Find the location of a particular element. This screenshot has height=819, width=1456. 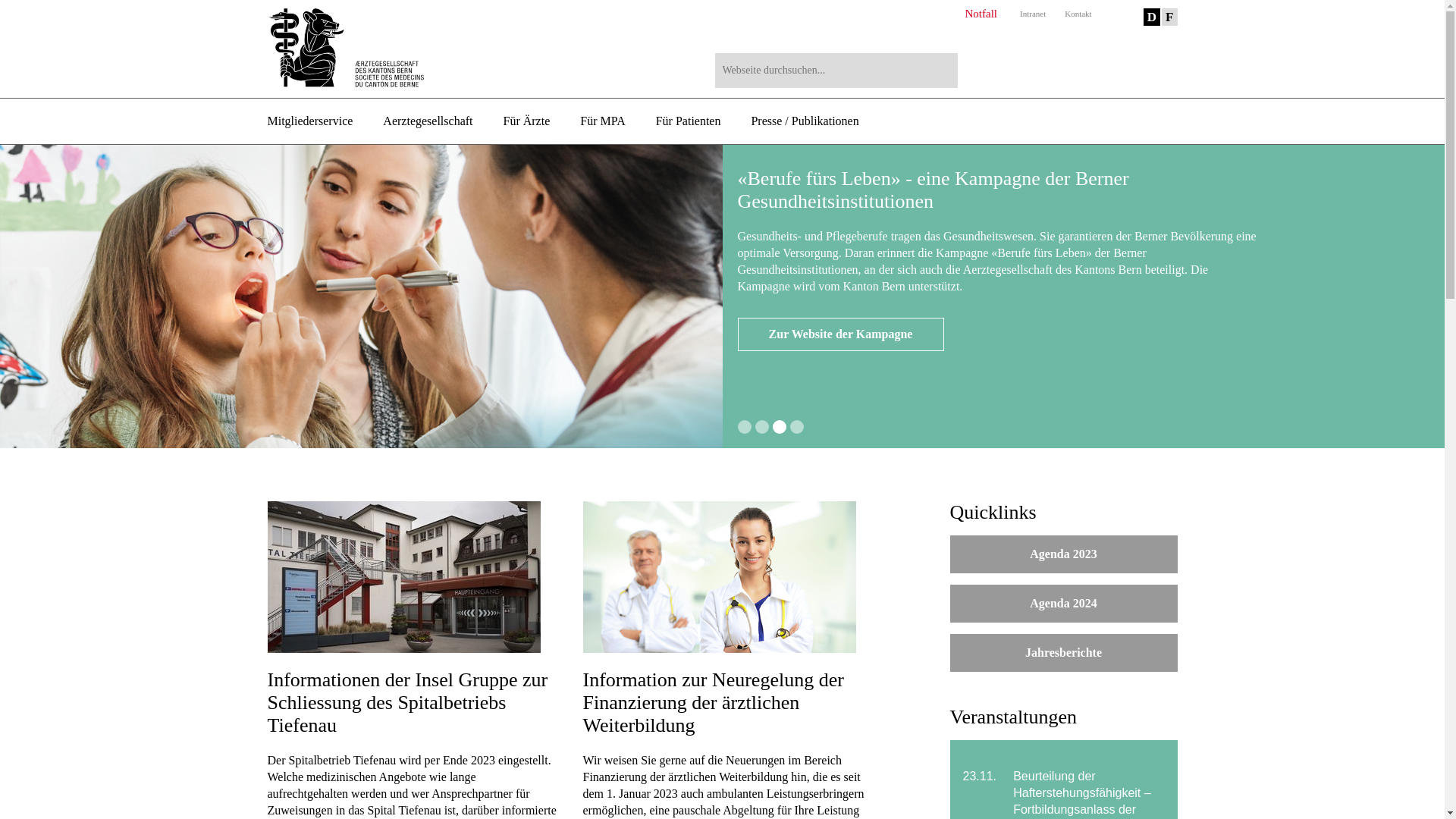

'F' is located at coordinates (1168, 17).